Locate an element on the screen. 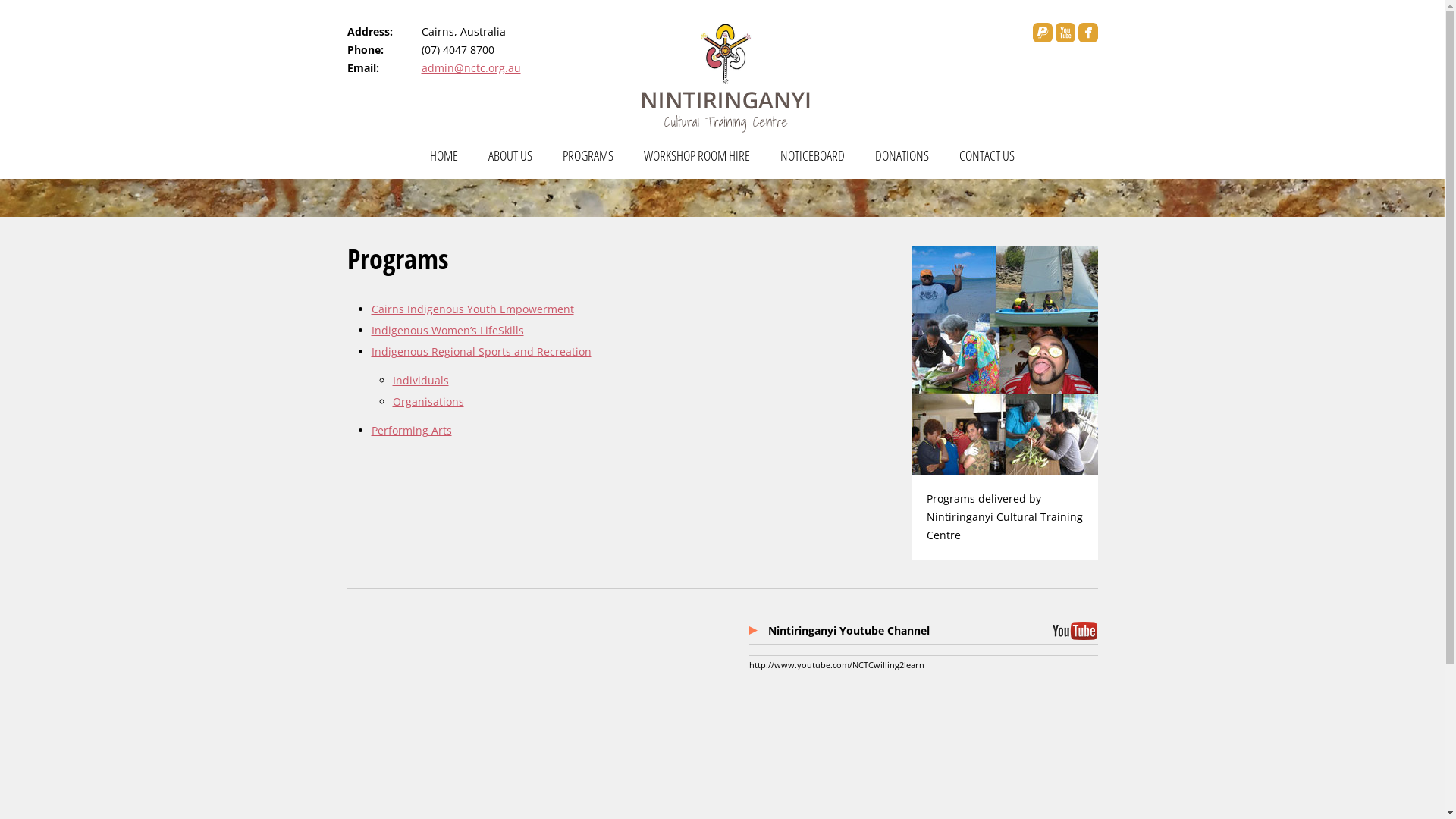 Image resolution: width=1456 pixels, height=819 pixels. 'HOME' is located at coordinates (415, 161).